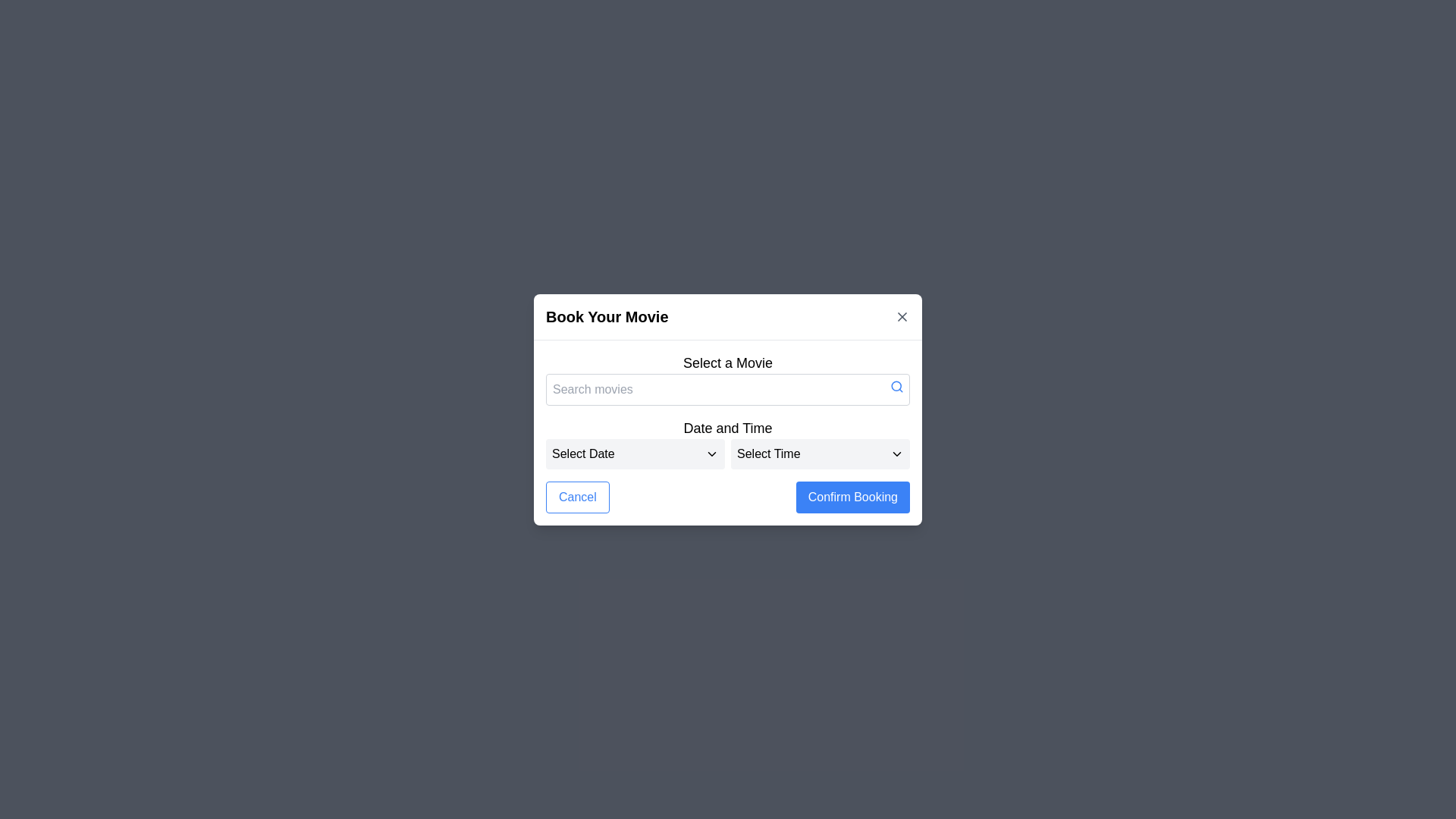 This screenshot has width=1456, height=819. What do you see at coordinates (896, 384) in the screenshot?
I see `the circular SVG element located inside the search icon at the top right corner of the 'Search movies' input field` at bounding box center [896, 384].